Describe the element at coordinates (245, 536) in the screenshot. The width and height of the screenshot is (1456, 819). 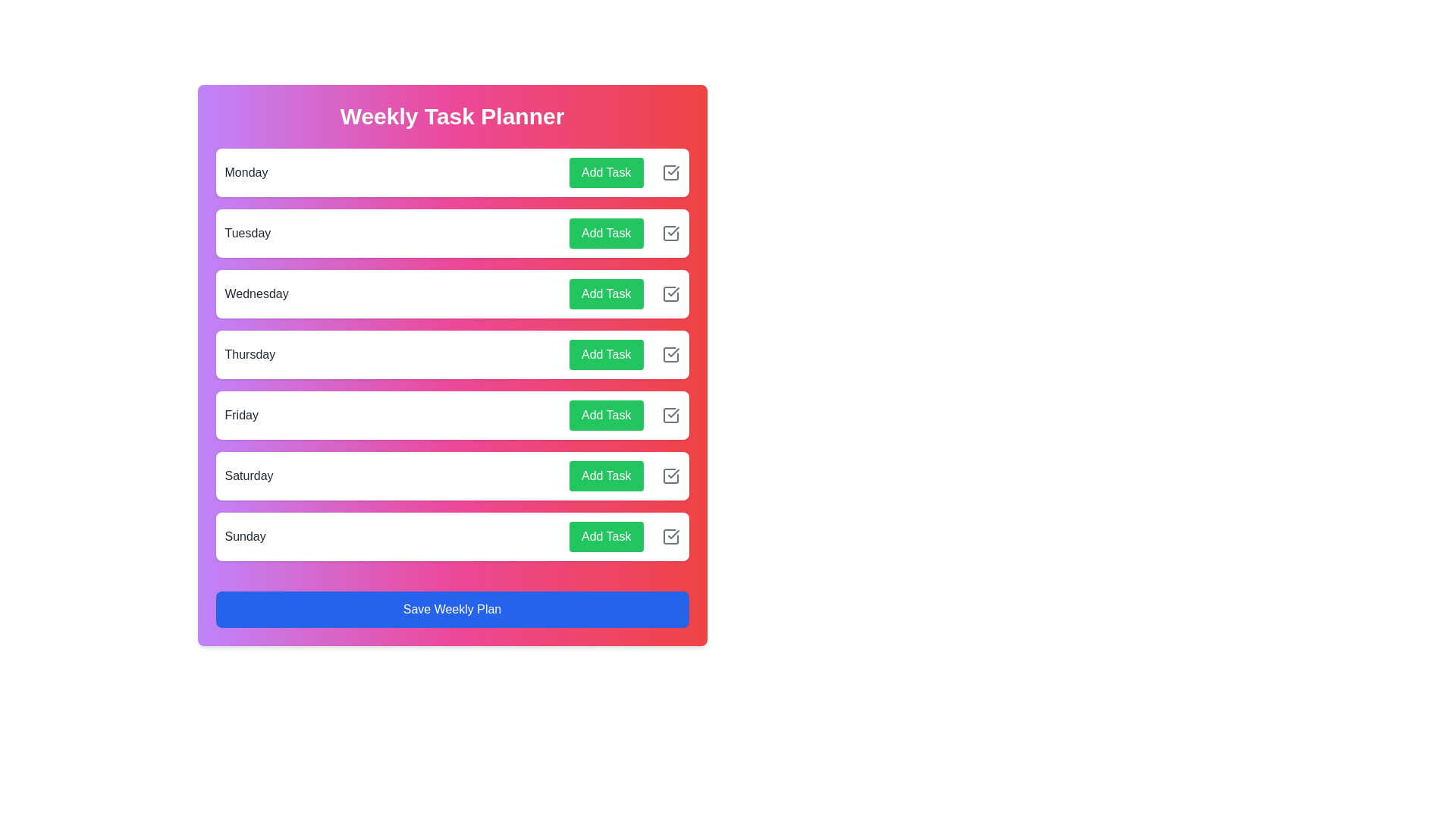
I see `the day name Sunday` at that location.